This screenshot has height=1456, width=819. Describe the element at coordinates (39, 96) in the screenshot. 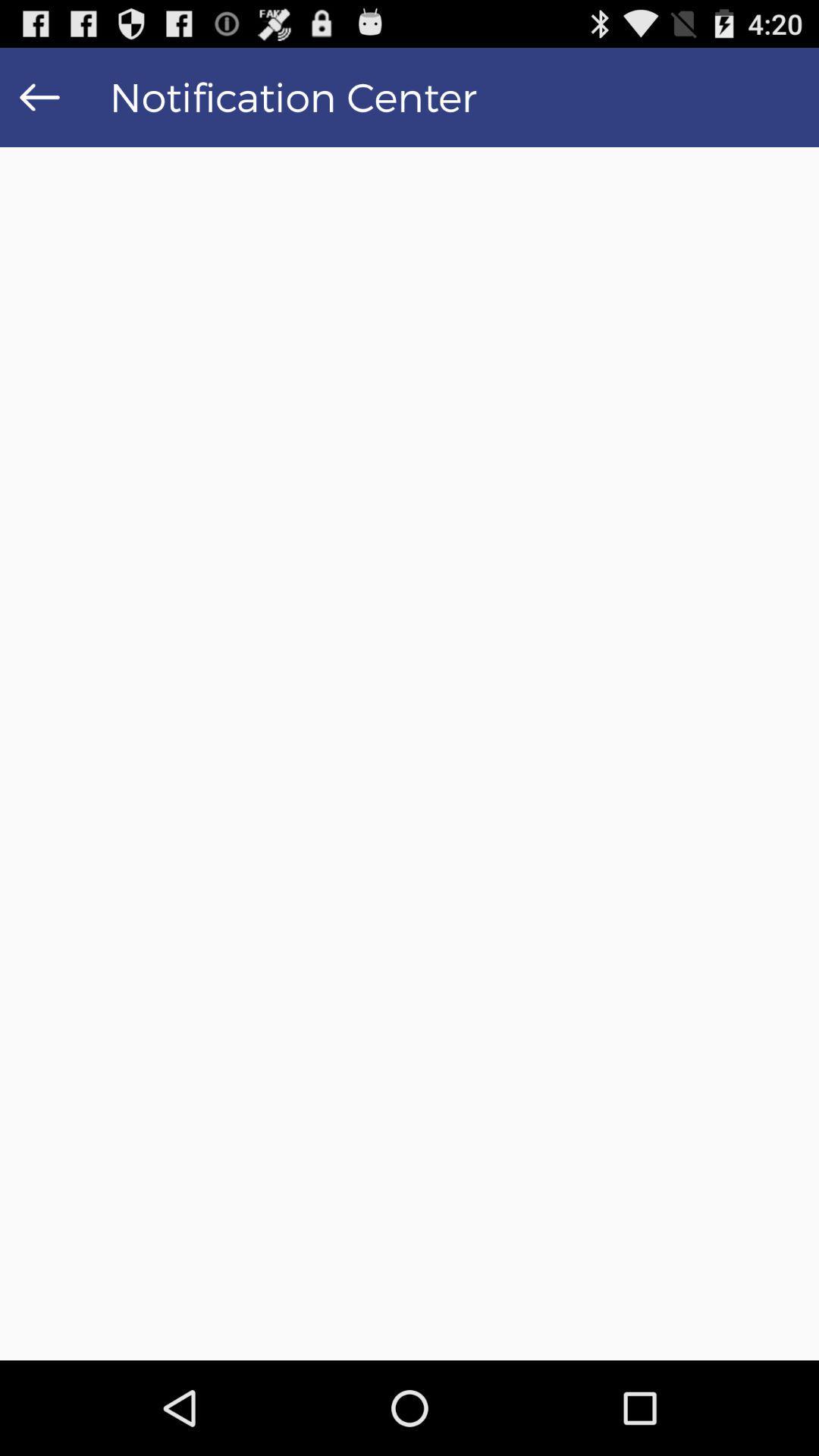

I see `go do back` at that location.